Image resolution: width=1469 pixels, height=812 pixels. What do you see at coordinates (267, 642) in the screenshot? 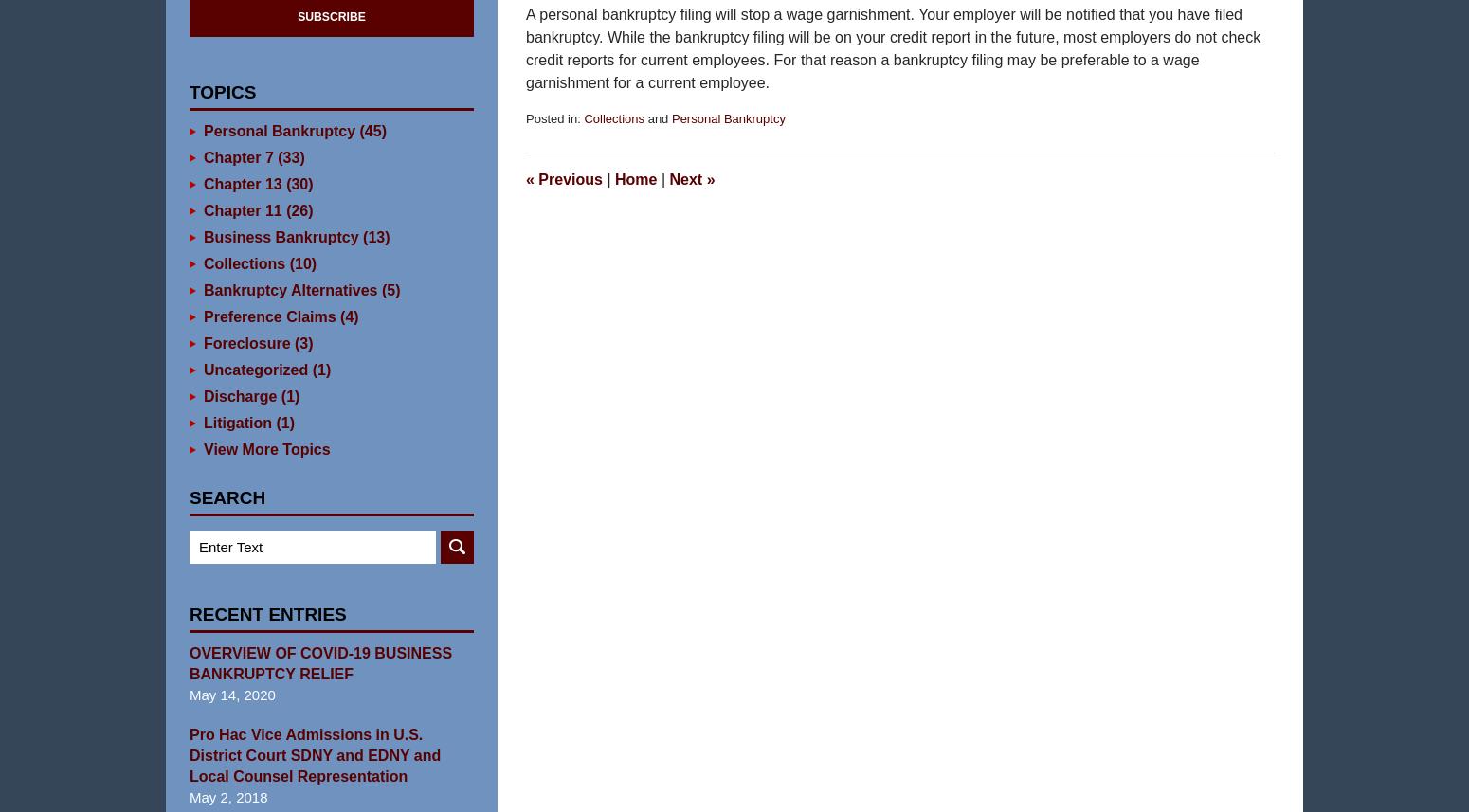
I see `'Recent Entries'` at bounding box center [267, 642].